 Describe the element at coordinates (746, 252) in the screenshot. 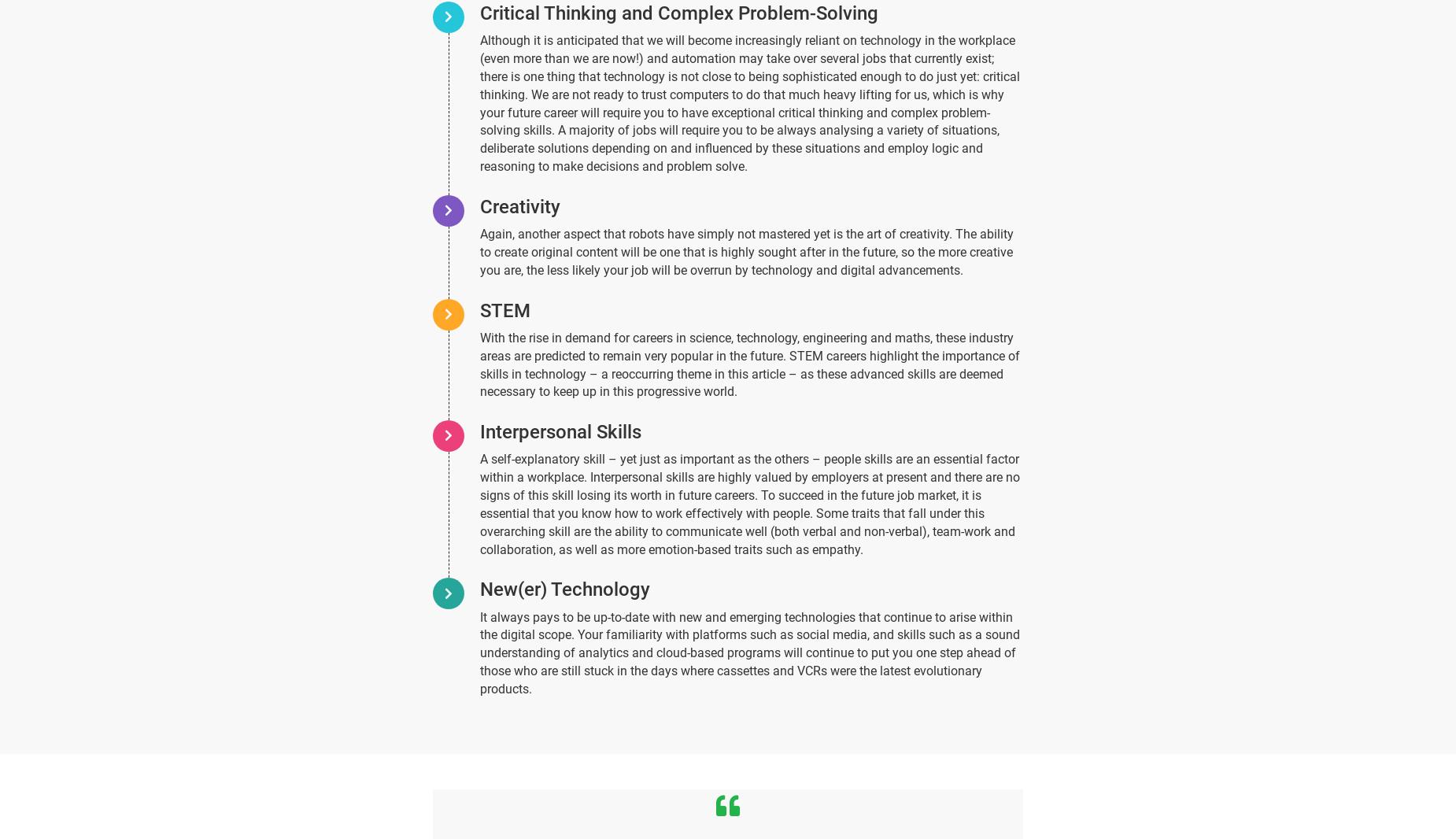

I see `'Again, another aspect that robots have simply not mastered yet is the art of creativity. The ability to create original content will be one that is highly sought after in the future, so the more creative you are, the less likely your job will be overrun by technology and digital advancements.'` at that location.